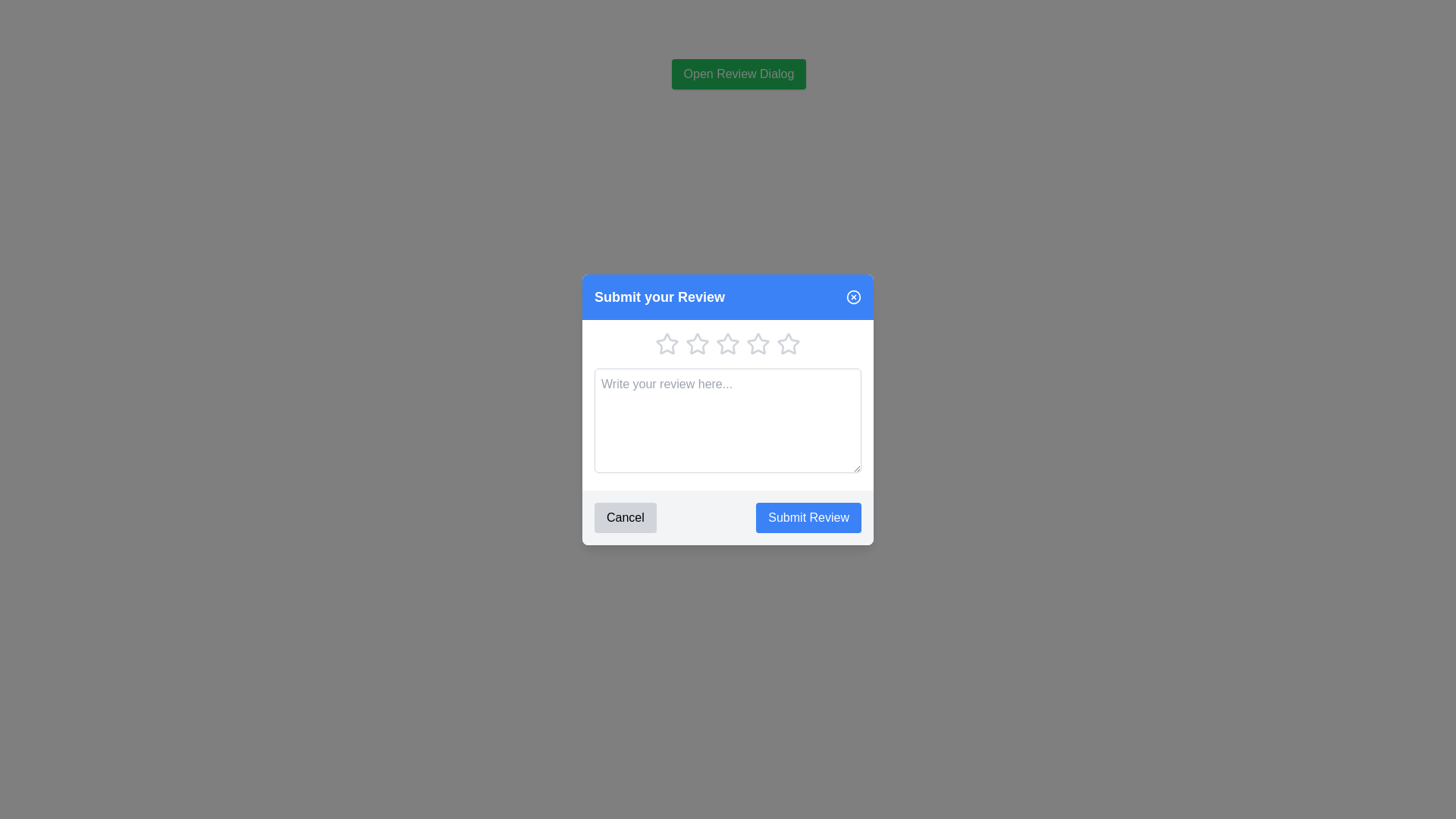 Image resolution: width=1456 pixels, height=819 pixels. I want to click on the textarea input field, so click(728, 420).